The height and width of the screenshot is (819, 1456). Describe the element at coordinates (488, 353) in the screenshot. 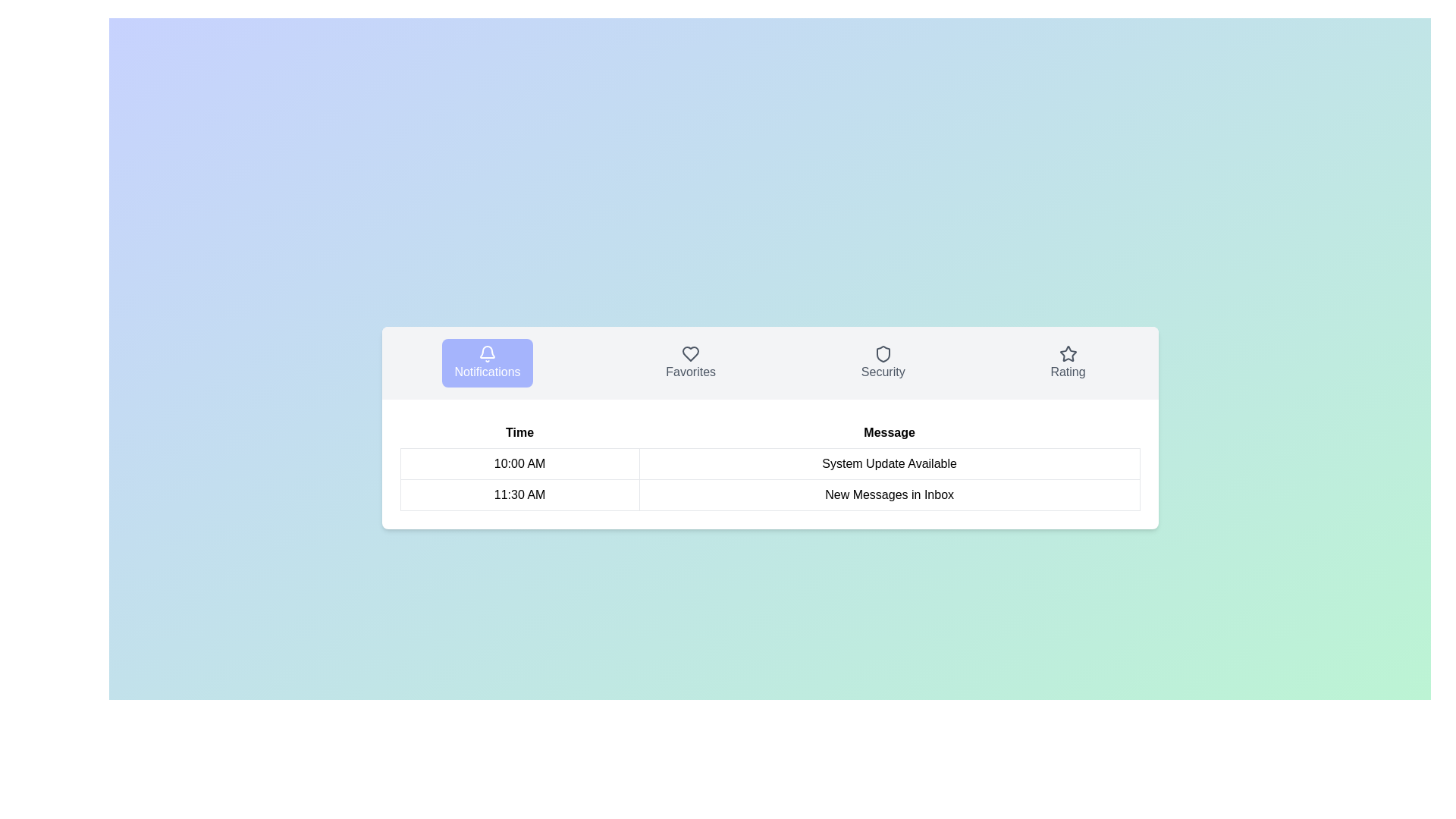

I see `the bell icon located at the top of the 'Notifications' button` at that location.